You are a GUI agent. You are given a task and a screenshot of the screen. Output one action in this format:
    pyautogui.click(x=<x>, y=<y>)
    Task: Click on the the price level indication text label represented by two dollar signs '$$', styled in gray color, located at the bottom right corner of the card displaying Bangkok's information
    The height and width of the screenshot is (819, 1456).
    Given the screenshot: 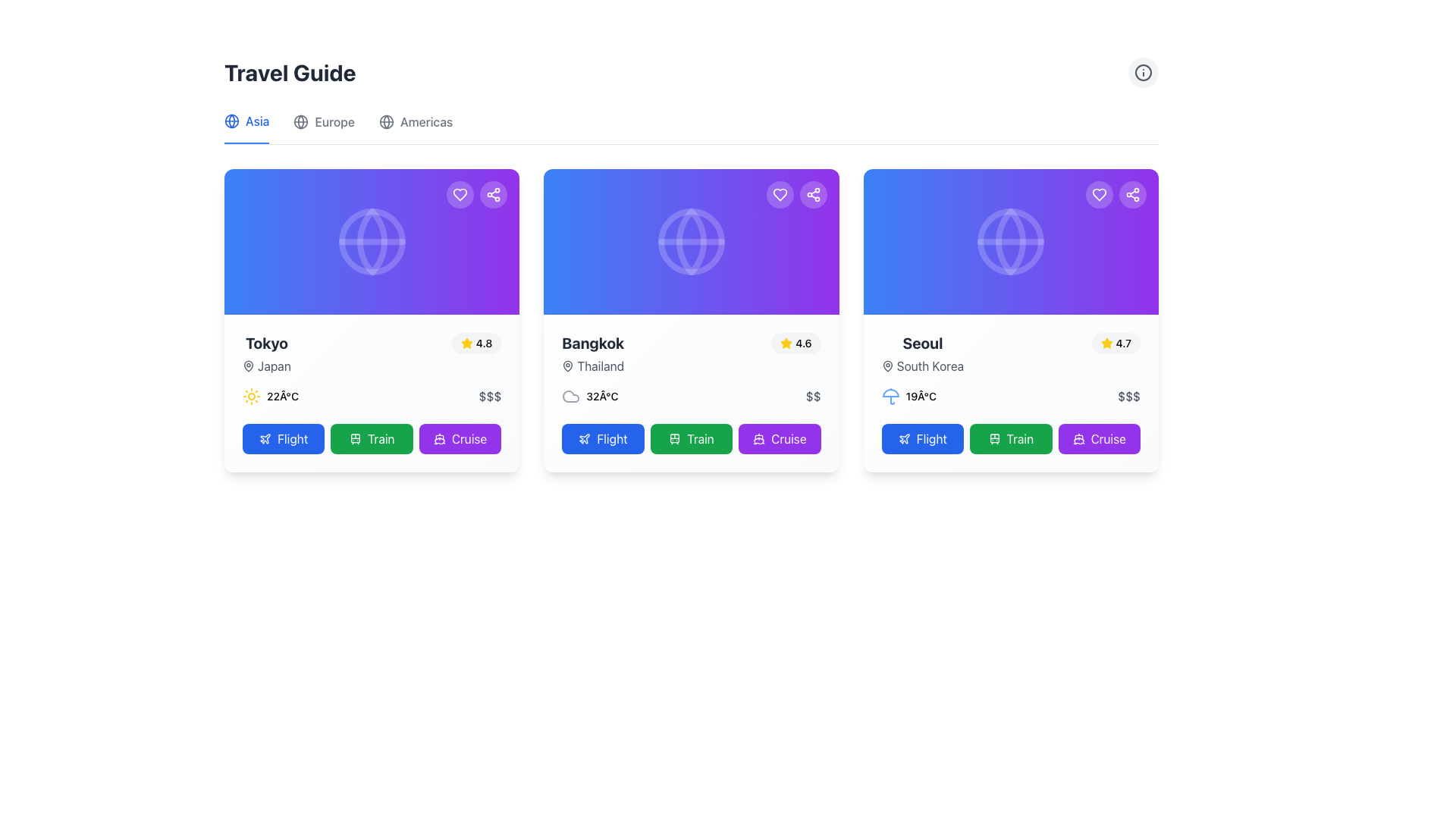 What is the action you would take?
    pyautogui.click(x=812, y=396)
    